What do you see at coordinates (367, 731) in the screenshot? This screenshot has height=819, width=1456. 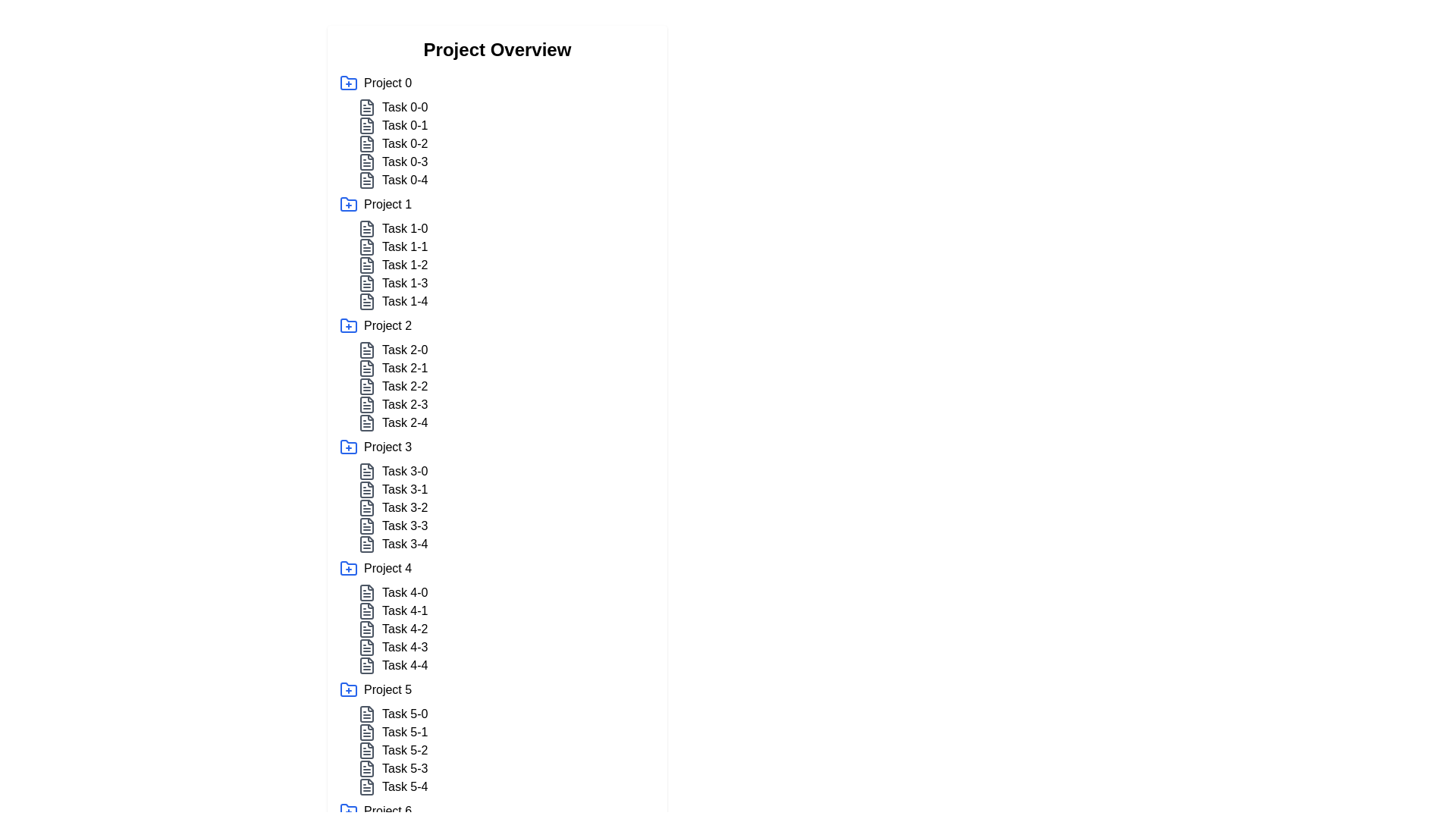 I see `the document icon representing 'Task 5-1' under 'Project 5' in the task list by clicking on it` at bounding box center [367, 731].